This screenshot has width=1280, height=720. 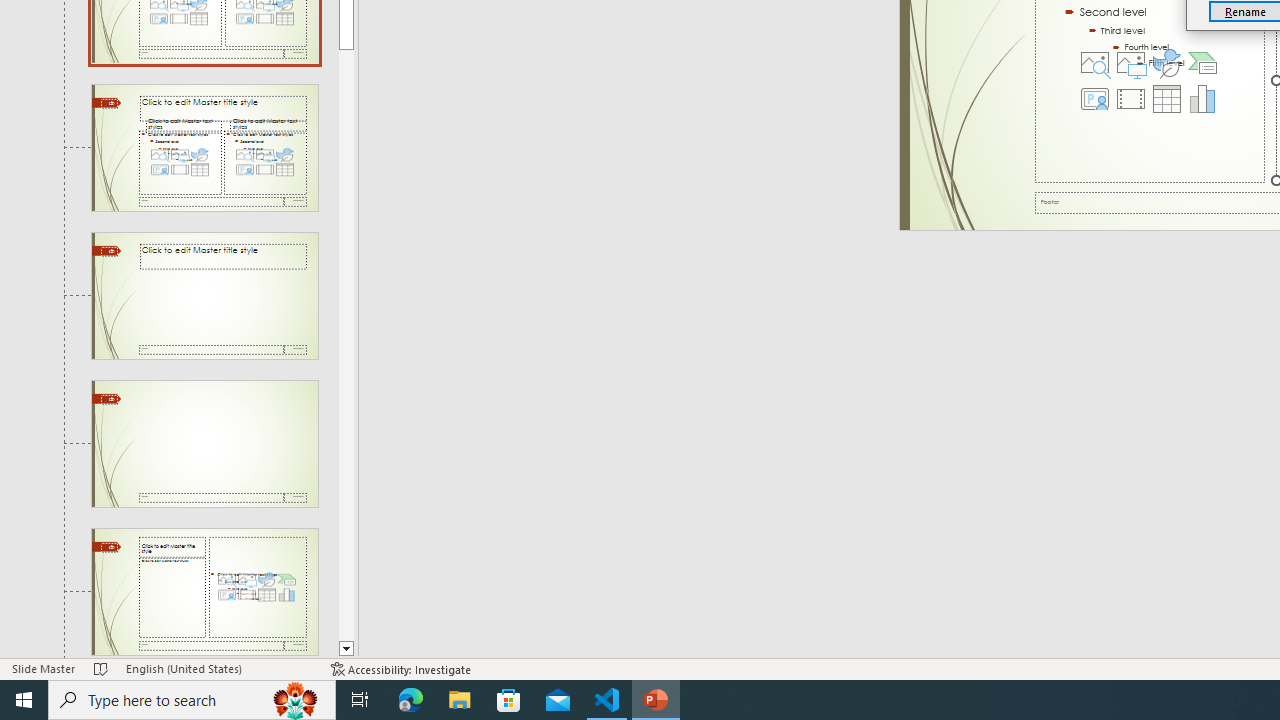 I want to click on 'Microsoft Edge', so click(x=410, y=698).